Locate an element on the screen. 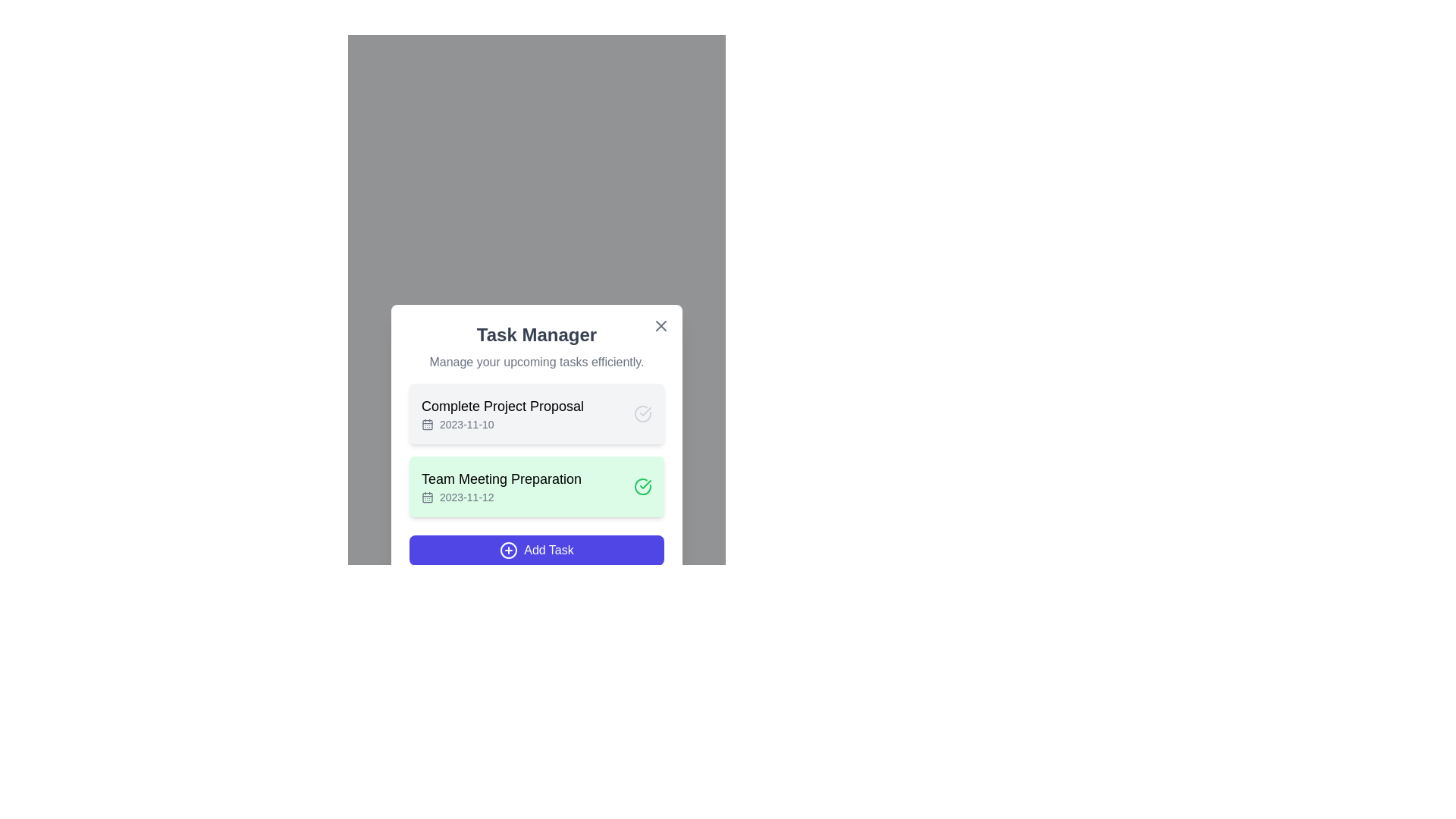 This screenshot has height=819, width=1456. task title 'Complete Project Proposal' and its deadline '2023-11-10' from the first task card in the modal window is located at coordinates (537, 414).